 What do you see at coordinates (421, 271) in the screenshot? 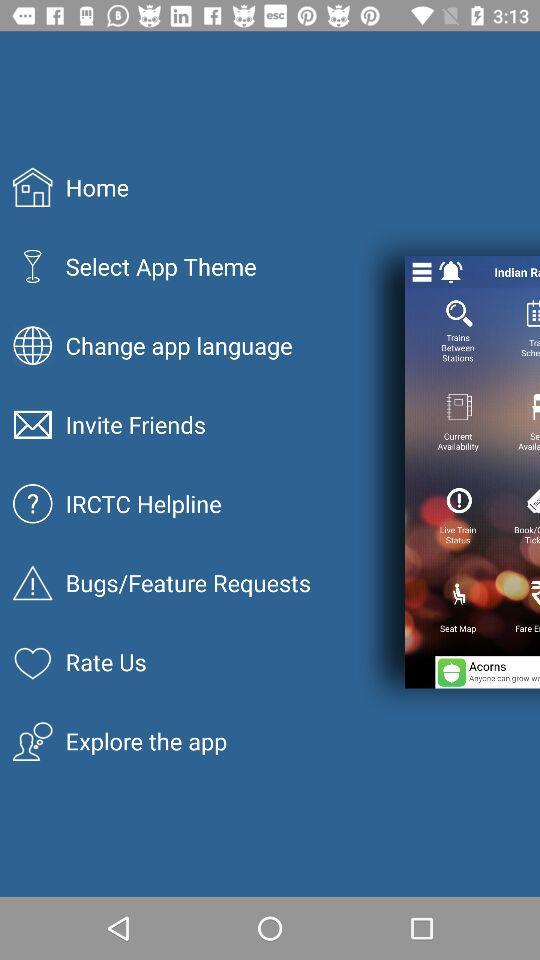
I see `close/open page options button` at bounding box center [421, 271].